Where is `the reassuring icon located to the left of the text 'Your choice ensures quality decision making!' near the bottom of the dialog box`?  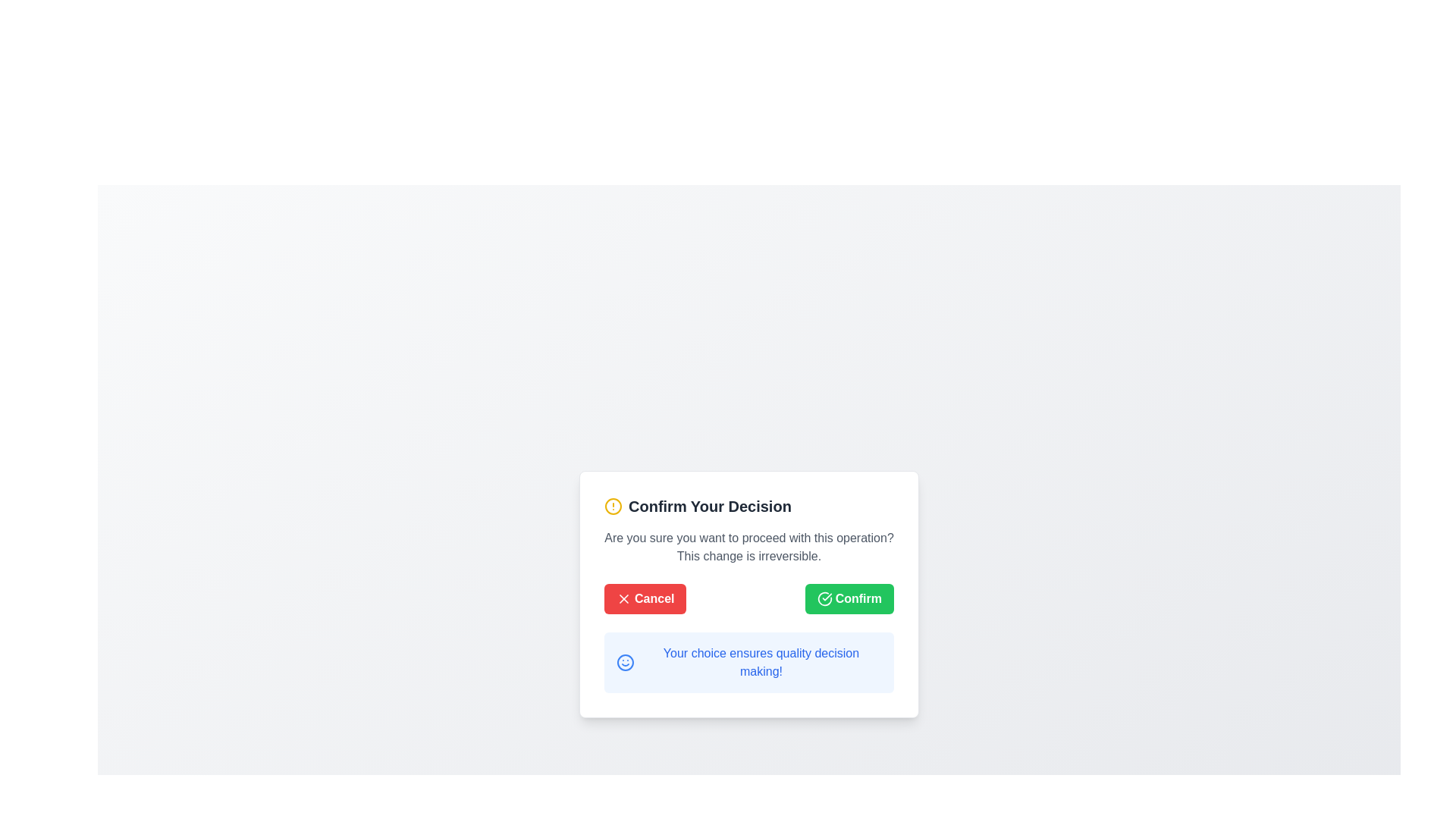
the reassuring icon located to the left of the text 'Your choice ensures quality decision making!' near the bottom of the dialog box is located at coordinates (626, 662).